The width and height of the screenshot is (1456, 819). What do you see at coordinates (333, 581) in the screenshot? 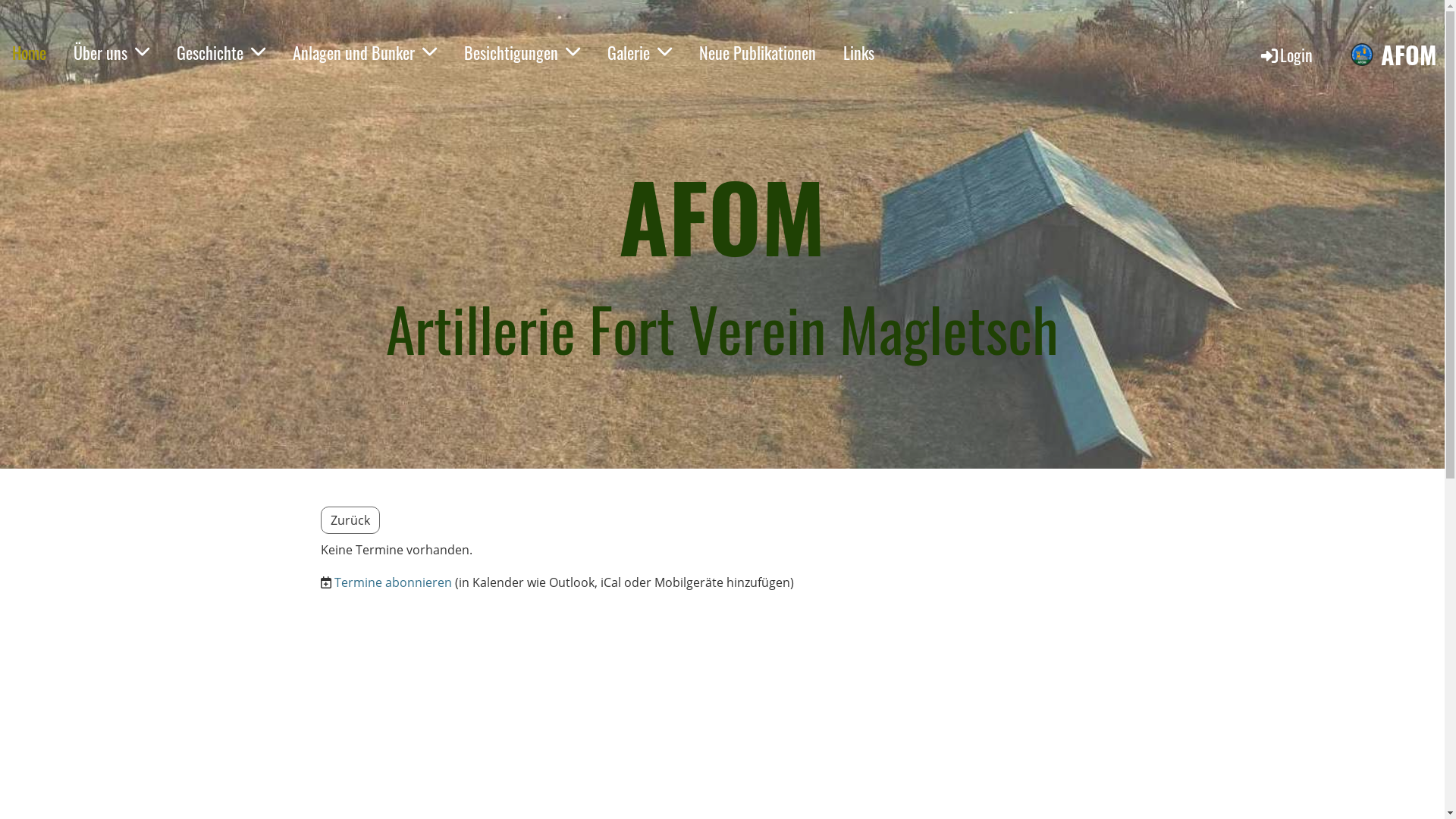
I see `'Termine abonnieren'` at bounding box center [333, 581].